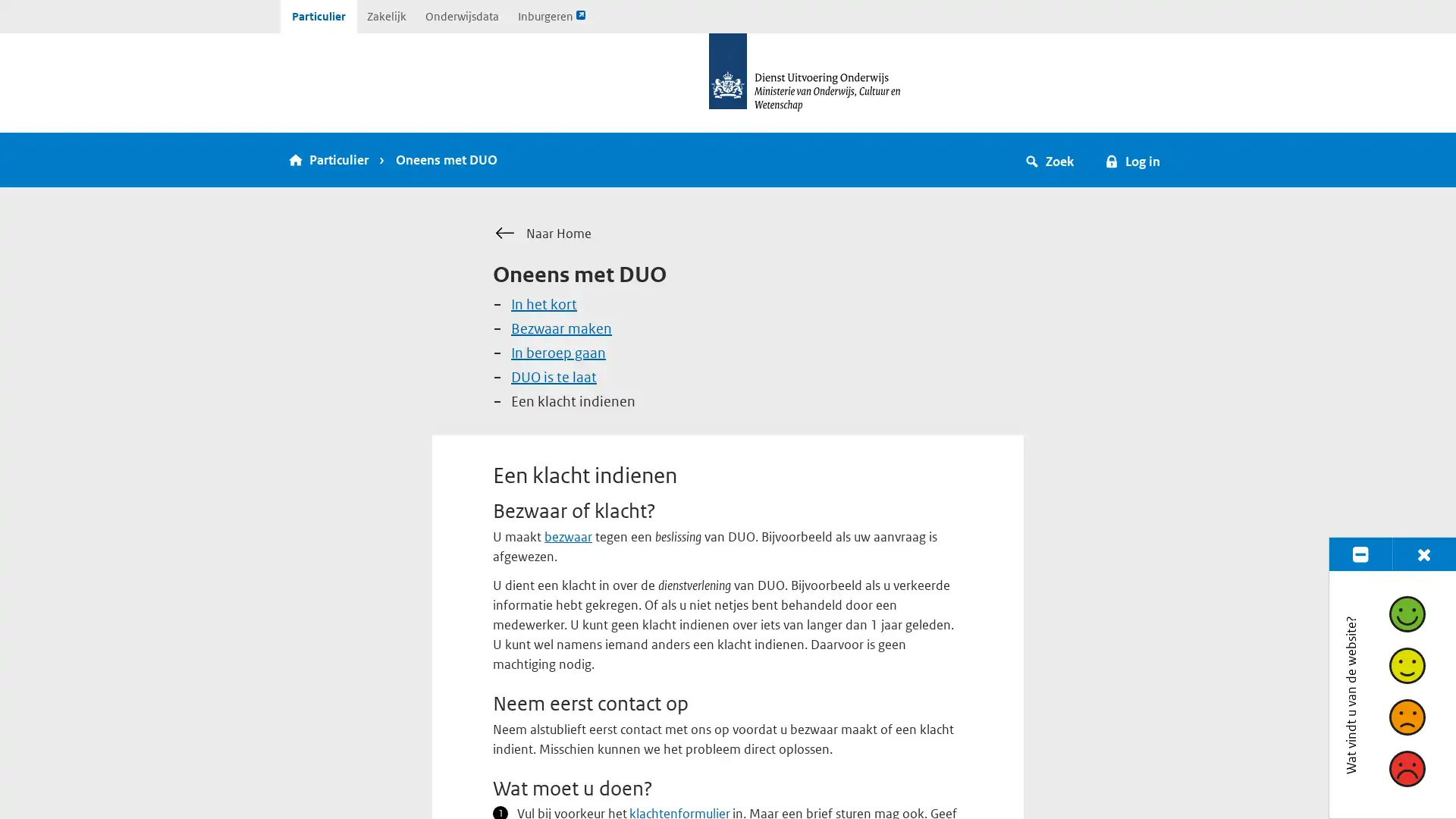  What do you see at coordinates (1405, 613) in the screenshot?
I see `Goed` at bounding box center [1405, 613].